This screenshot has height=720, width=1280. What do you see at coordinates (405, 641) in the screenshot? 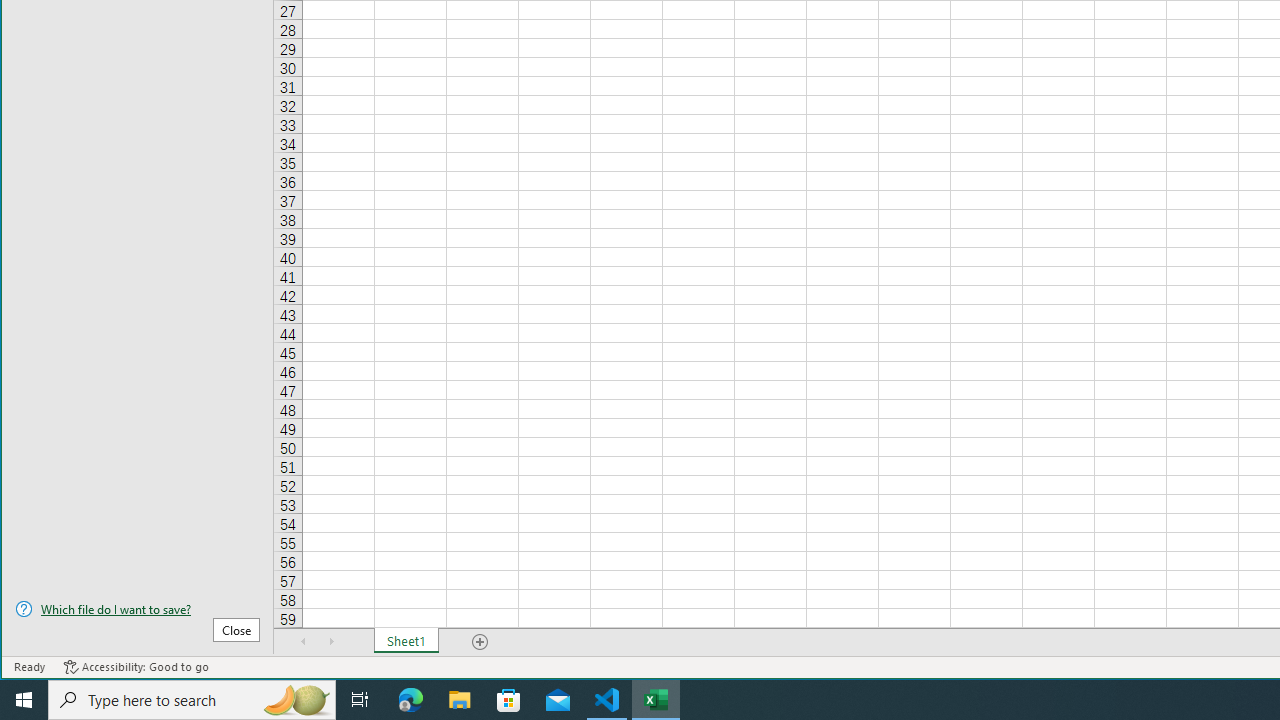
I see `'Sheet1'` at bounding box center [405, 641].